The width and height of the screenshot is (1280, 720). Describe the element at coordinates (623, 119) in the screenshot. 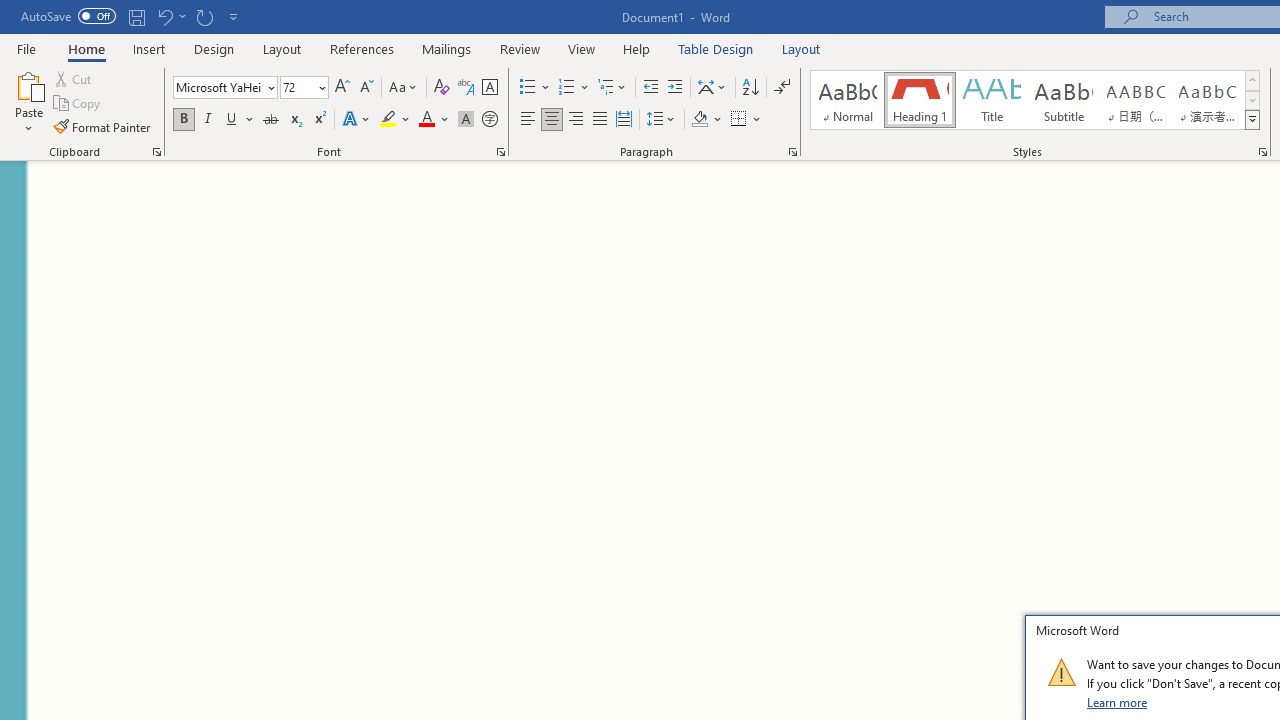

I see `'Distributed'` at that location.